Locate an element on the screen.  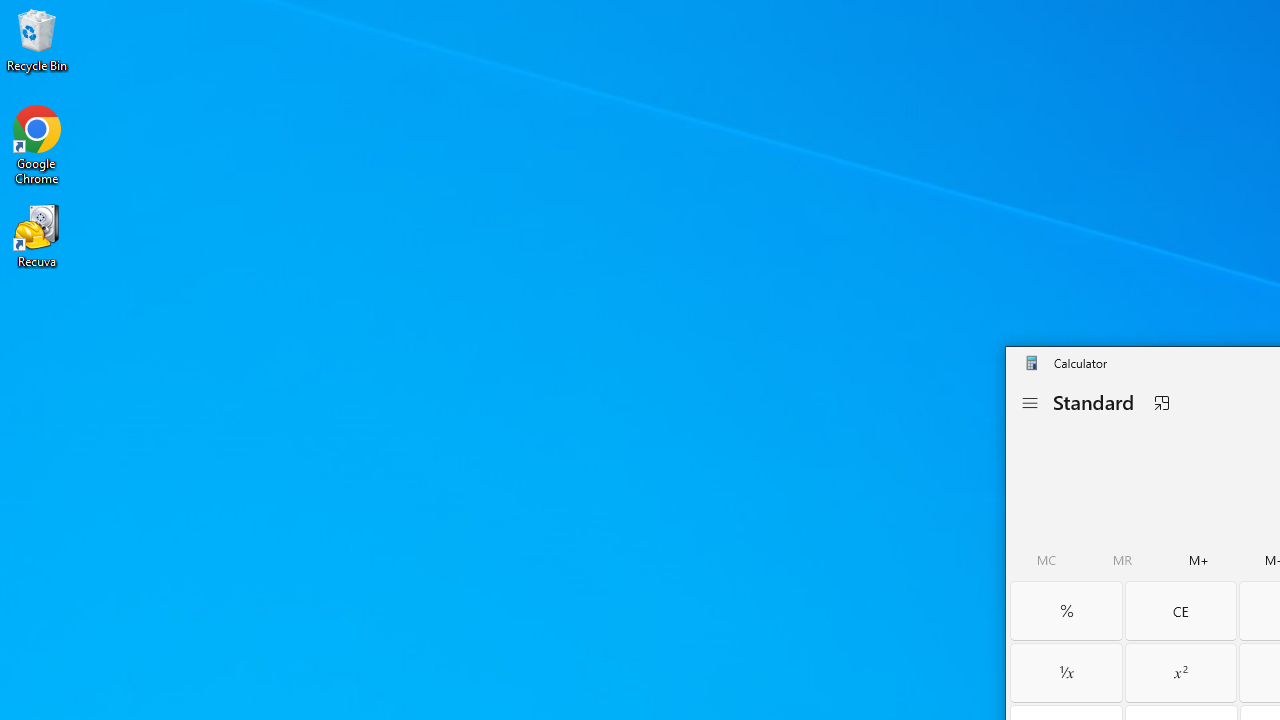
'Memory add' is located at coordinates (1199, 560).